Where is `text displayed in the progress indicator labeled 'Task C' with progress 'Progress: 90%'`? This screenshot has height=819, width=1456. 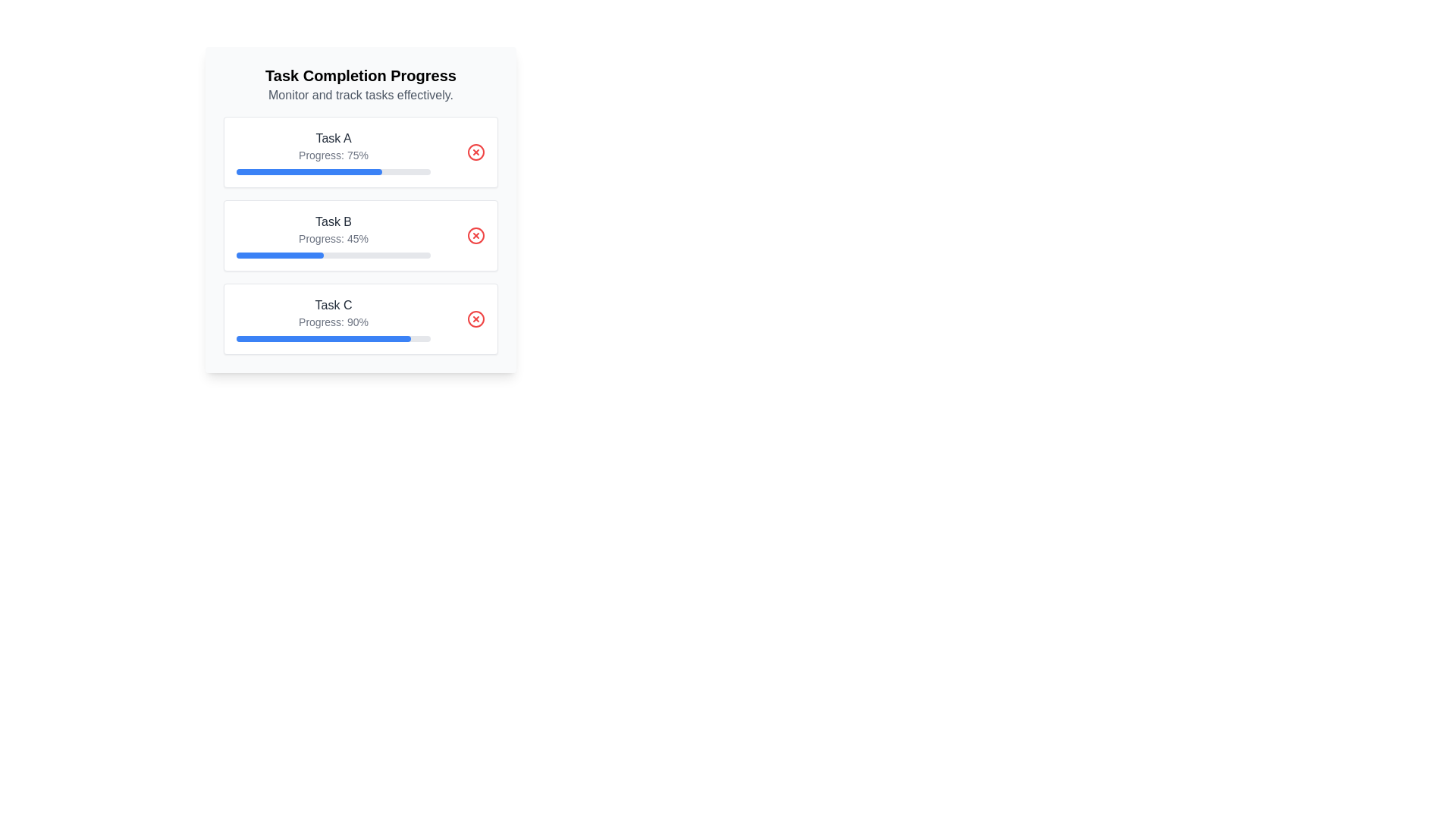 text displayed in the progress indicator labeled 'Task C' with progress 'Progress: 90%' is located at coordinates (333, 318).